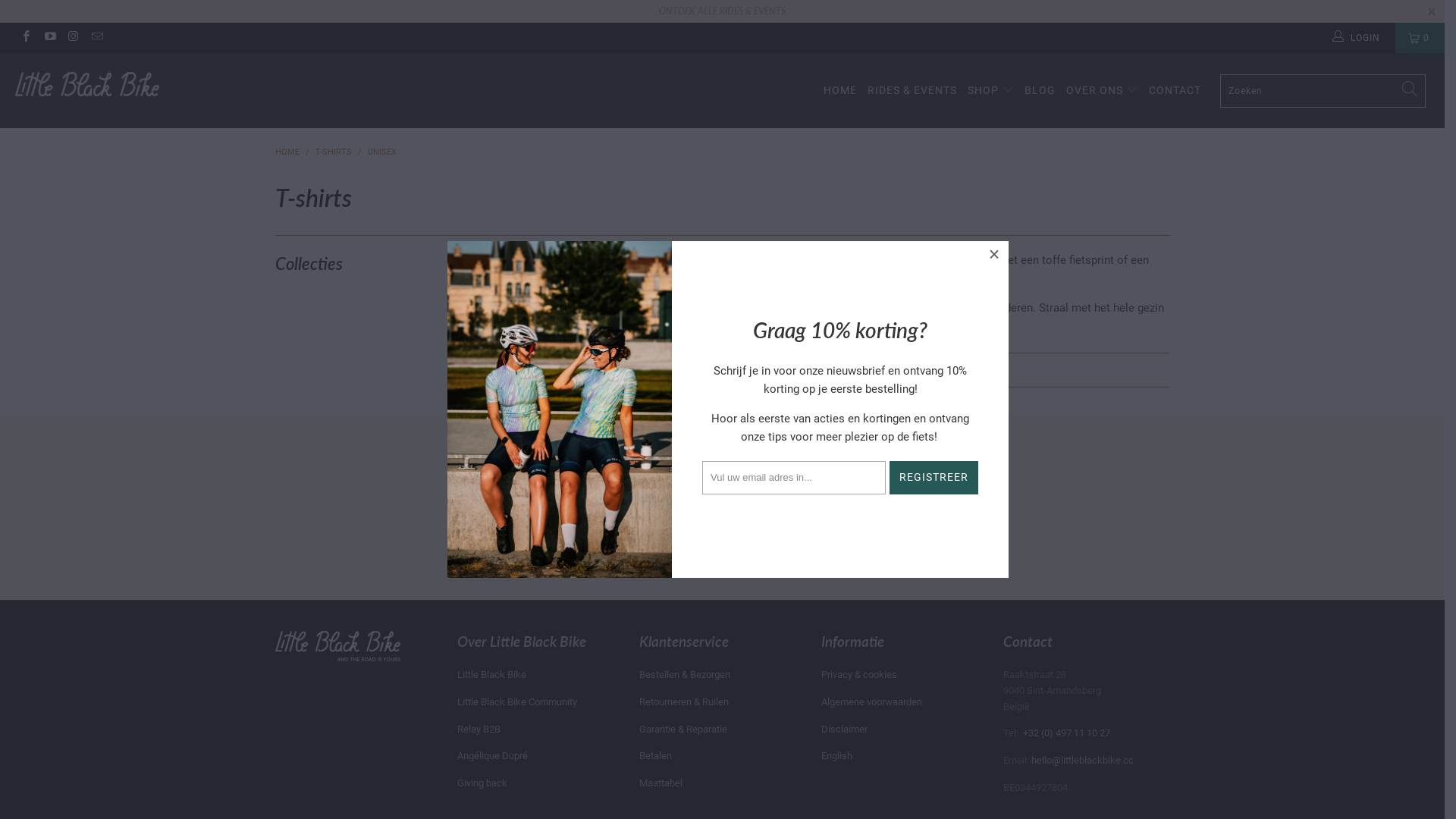 This screenshot has height=819, width=1456. Describe the element at coordinates (721, 11) in the screenshot. I see `'ONTDEK ALLE RIDES & EVENTS'` at that location.